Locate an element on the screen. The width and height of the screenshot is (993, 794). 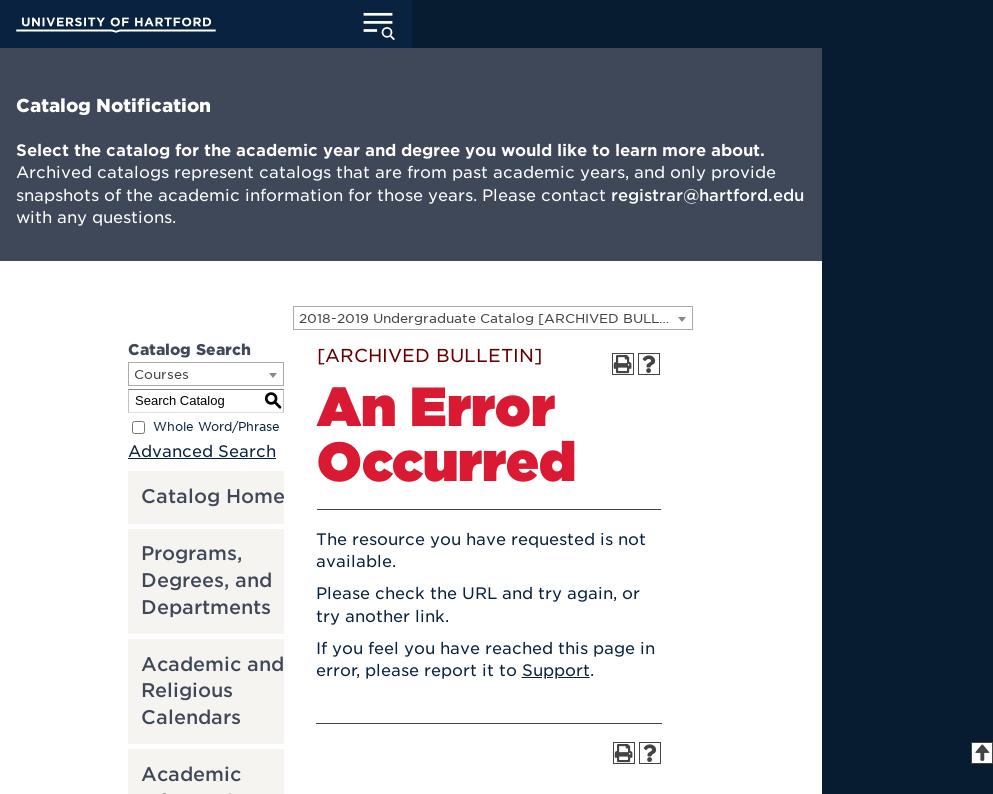
'[ARCHIVED BULLETIN]' is located at coordinates (428, 354).